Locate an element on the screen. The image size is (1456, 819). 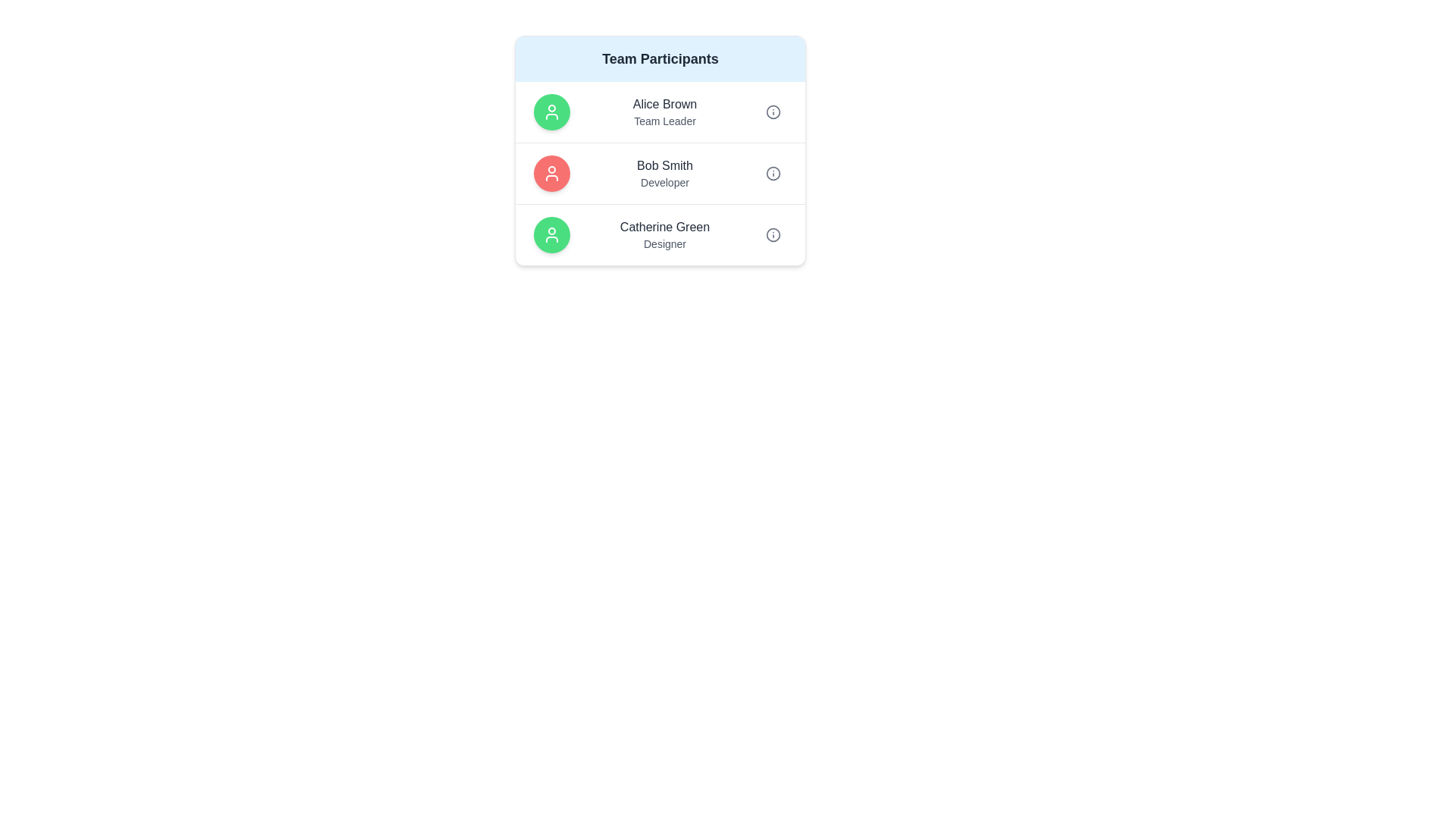
the text label indicating that 'Catherine Green' is a 'Designer' within the team participant list is located at coordinates (665, 243).